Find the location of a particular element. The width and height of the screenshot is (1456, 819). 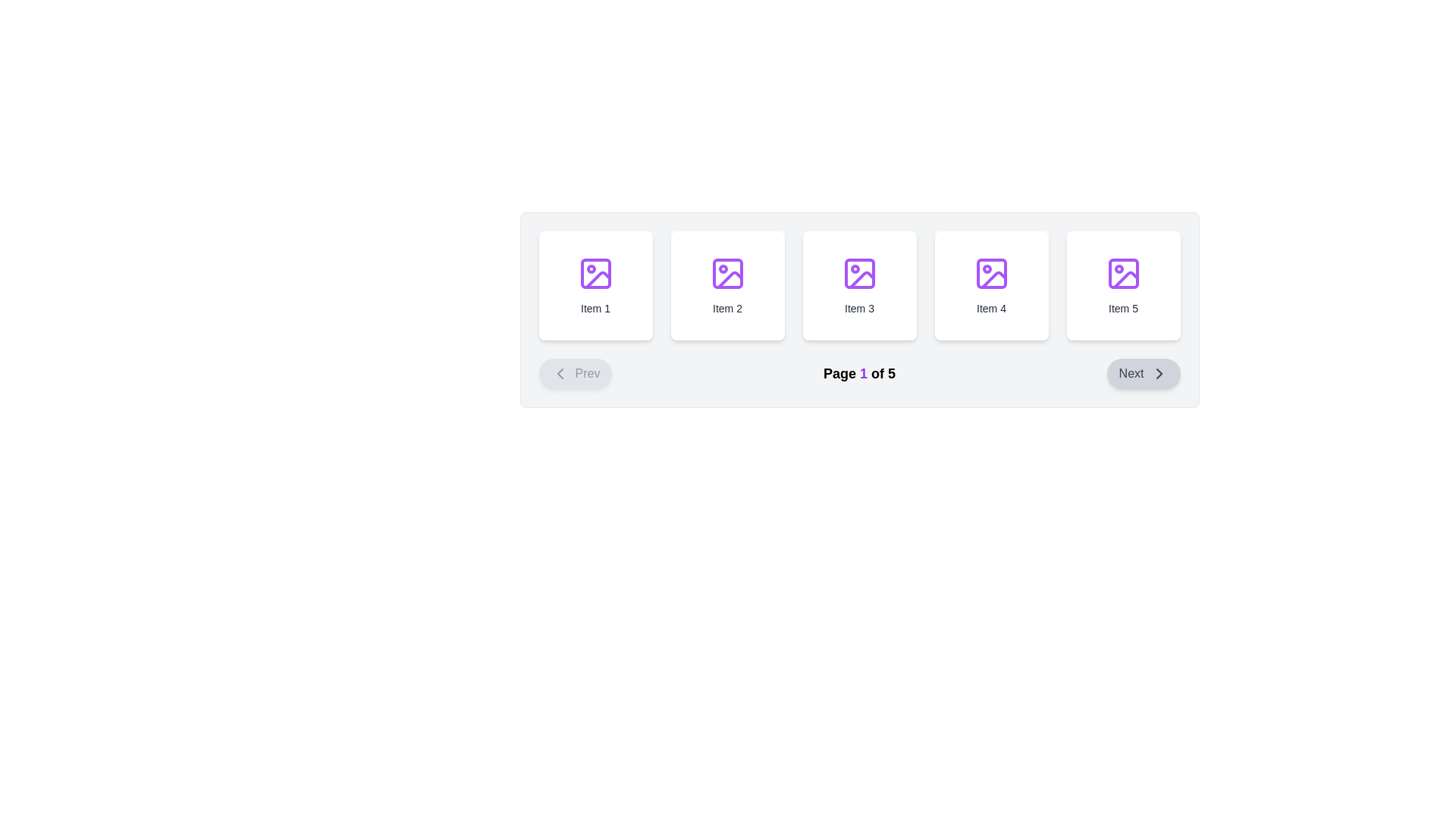

rightward-pointing chevron icon, which is styled with a thin outline and rounded edges, located at the far right of the 'Next' button in the navigation interface is located at coordinates (1158, 374).